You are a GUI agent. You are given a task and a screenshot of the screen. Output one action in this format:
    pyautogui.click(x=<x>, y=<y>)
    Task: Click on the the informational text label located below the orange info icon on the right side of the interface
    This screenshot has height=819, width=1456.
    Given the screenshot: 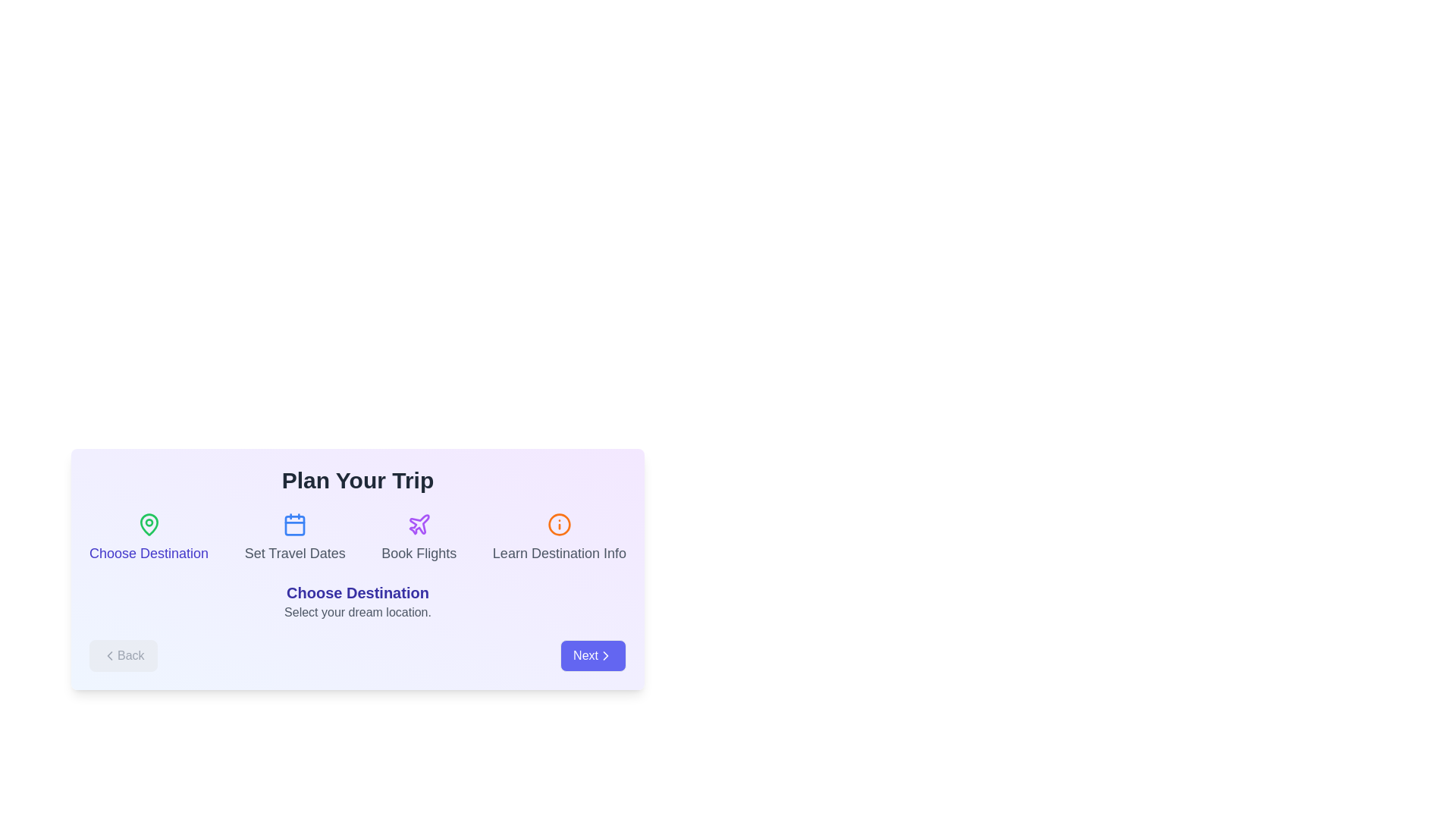 What is the action you would take?
    pyautogui.click(x=558, y=553)
    